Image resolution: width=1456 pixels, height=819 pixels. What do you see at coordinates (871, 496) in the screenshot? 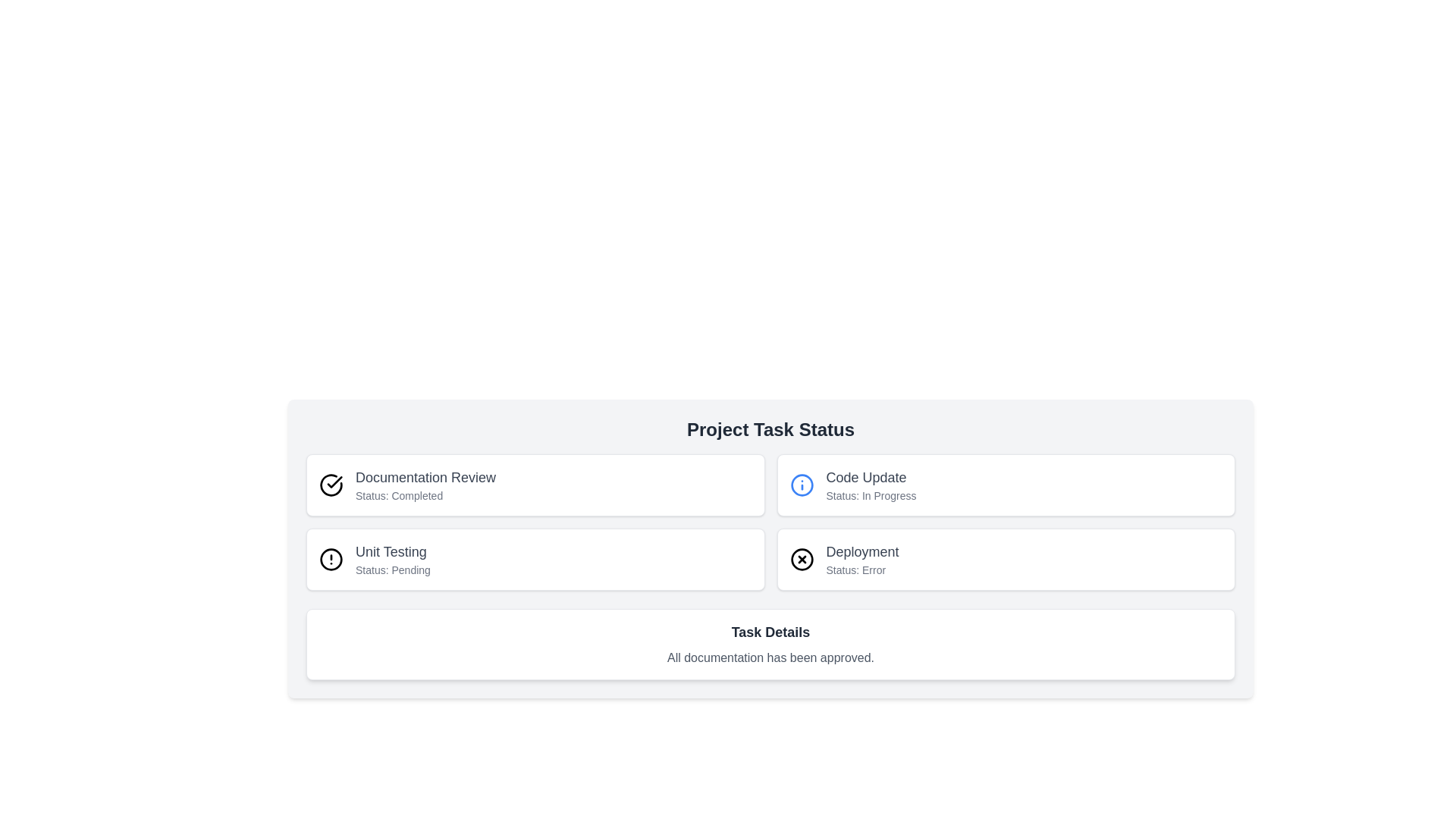
I see `the informational Text label displaying the current status of the task 'In Progress', located below the header text 'Code Update' in the top-right quadrant of the interface` at bounding box center [871, 496].